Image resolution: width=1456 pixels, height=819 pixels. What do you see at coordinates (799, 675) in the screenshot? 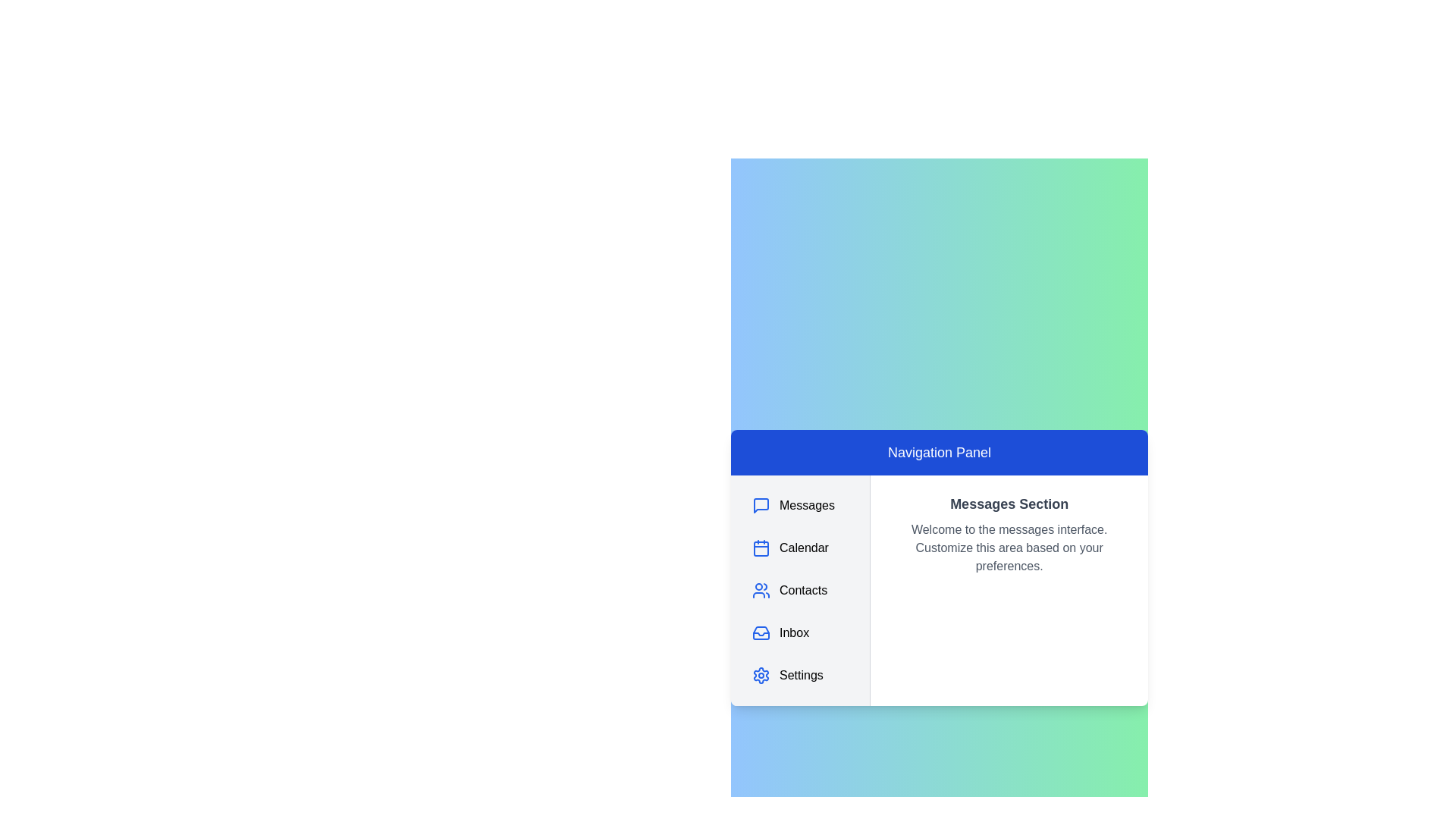
I see `the navigation item Settings to highlight it` at bounding box center [799, 675].